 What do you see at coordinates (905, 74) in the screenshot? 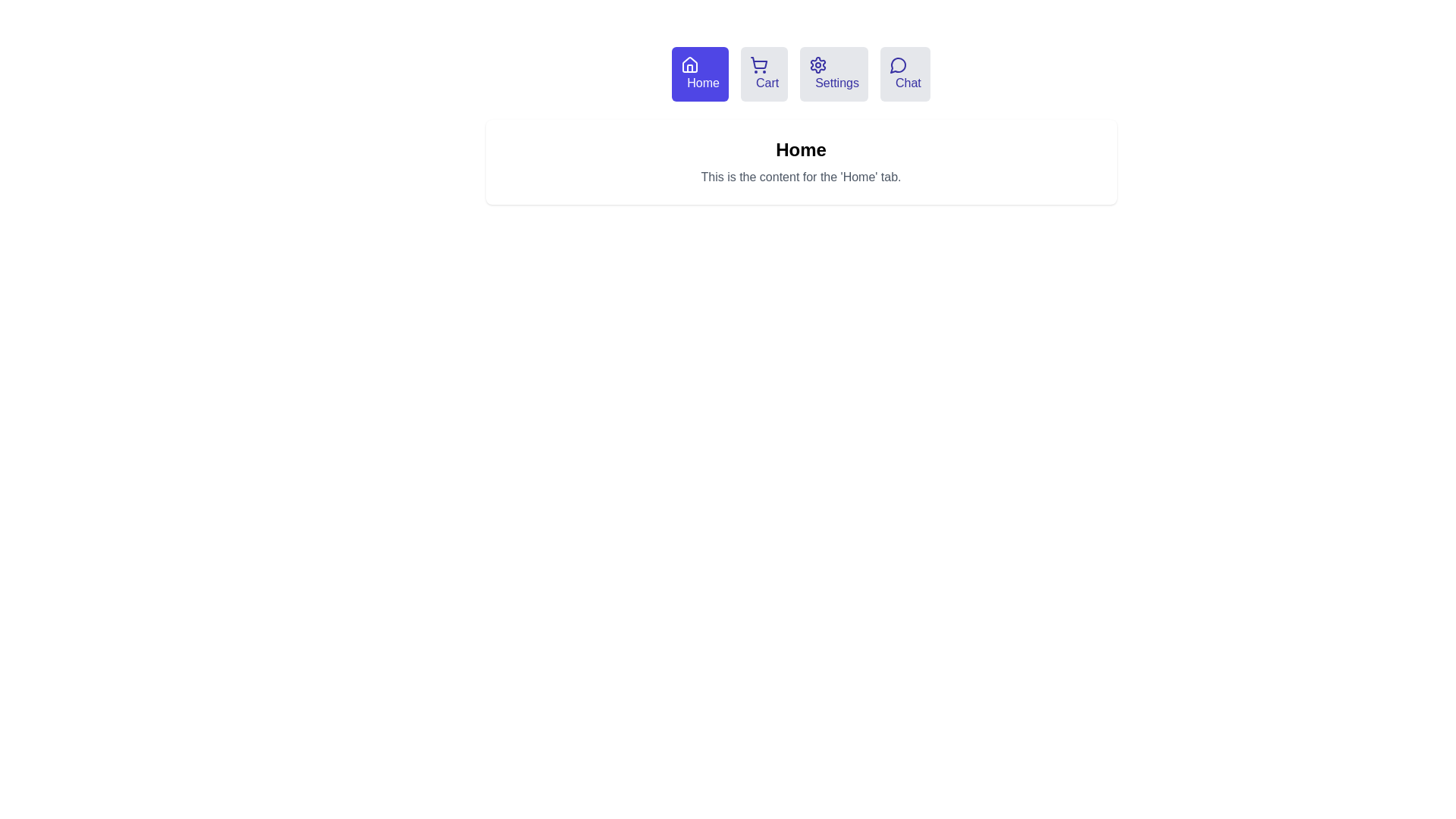
I see `the tab labeled Chat to observe its visual changes` at bounding box center [905, 74].